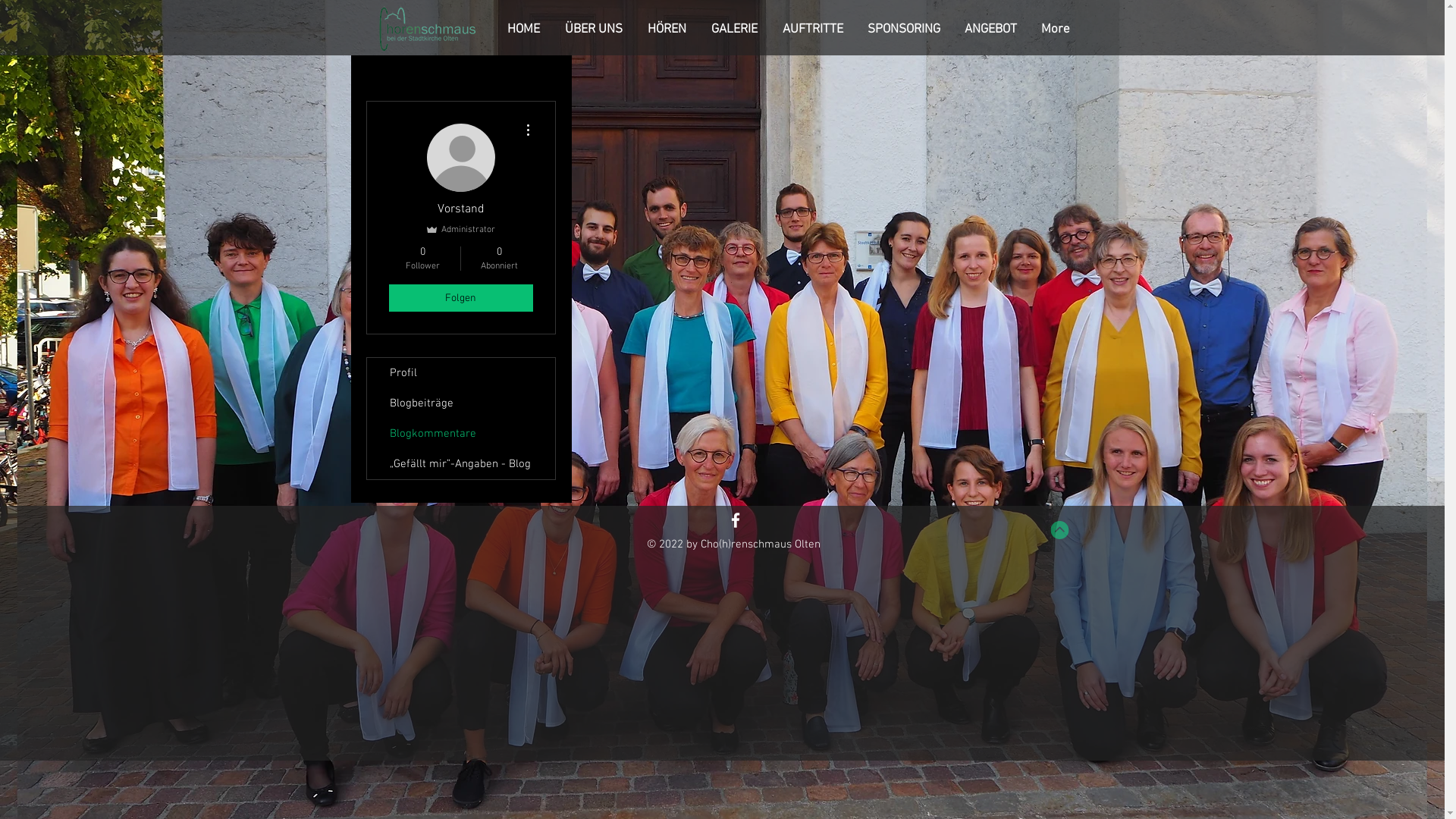 This screenshot has height=819, width=1456. Describe the element at coordinates (993, 29) in the screenshot. I see `'ANGEBOT'` at that location.